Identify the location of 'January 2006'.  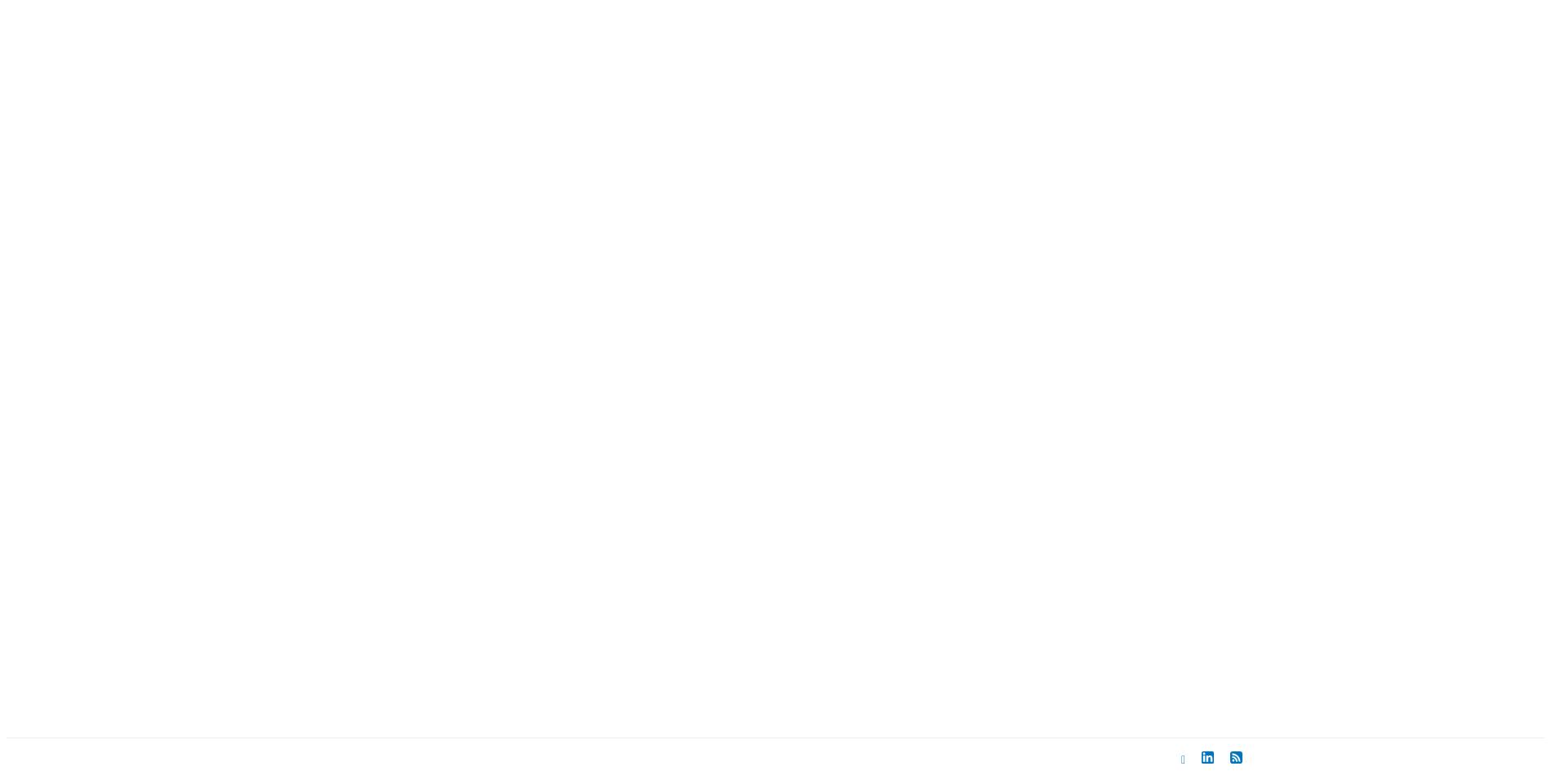
(982, 450).